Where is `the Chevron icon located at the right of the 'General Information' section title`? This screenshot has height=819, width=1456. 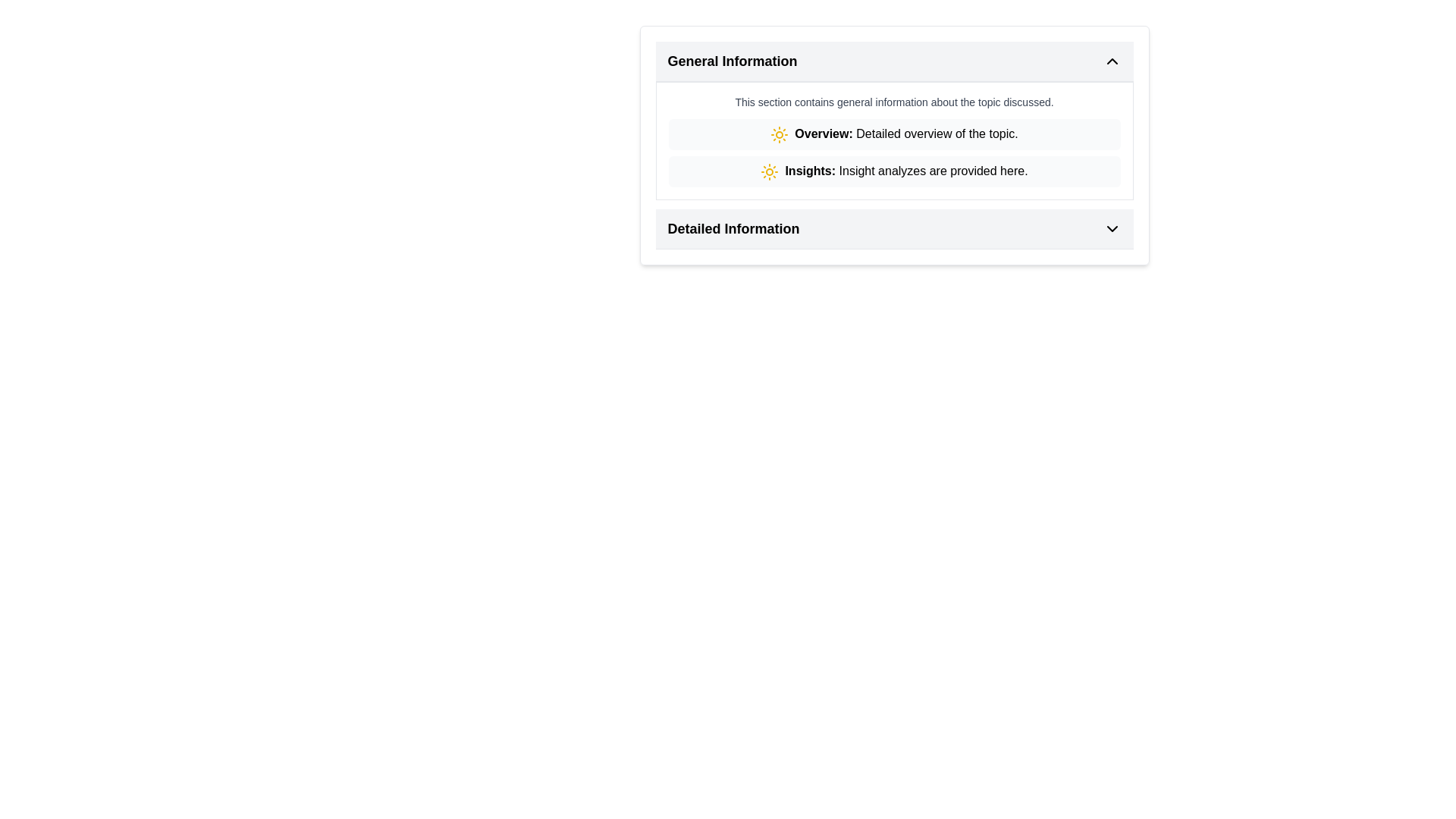 the Chevron icon located at the right of the 'General Information' section title is located at coordinates (1112, 61).